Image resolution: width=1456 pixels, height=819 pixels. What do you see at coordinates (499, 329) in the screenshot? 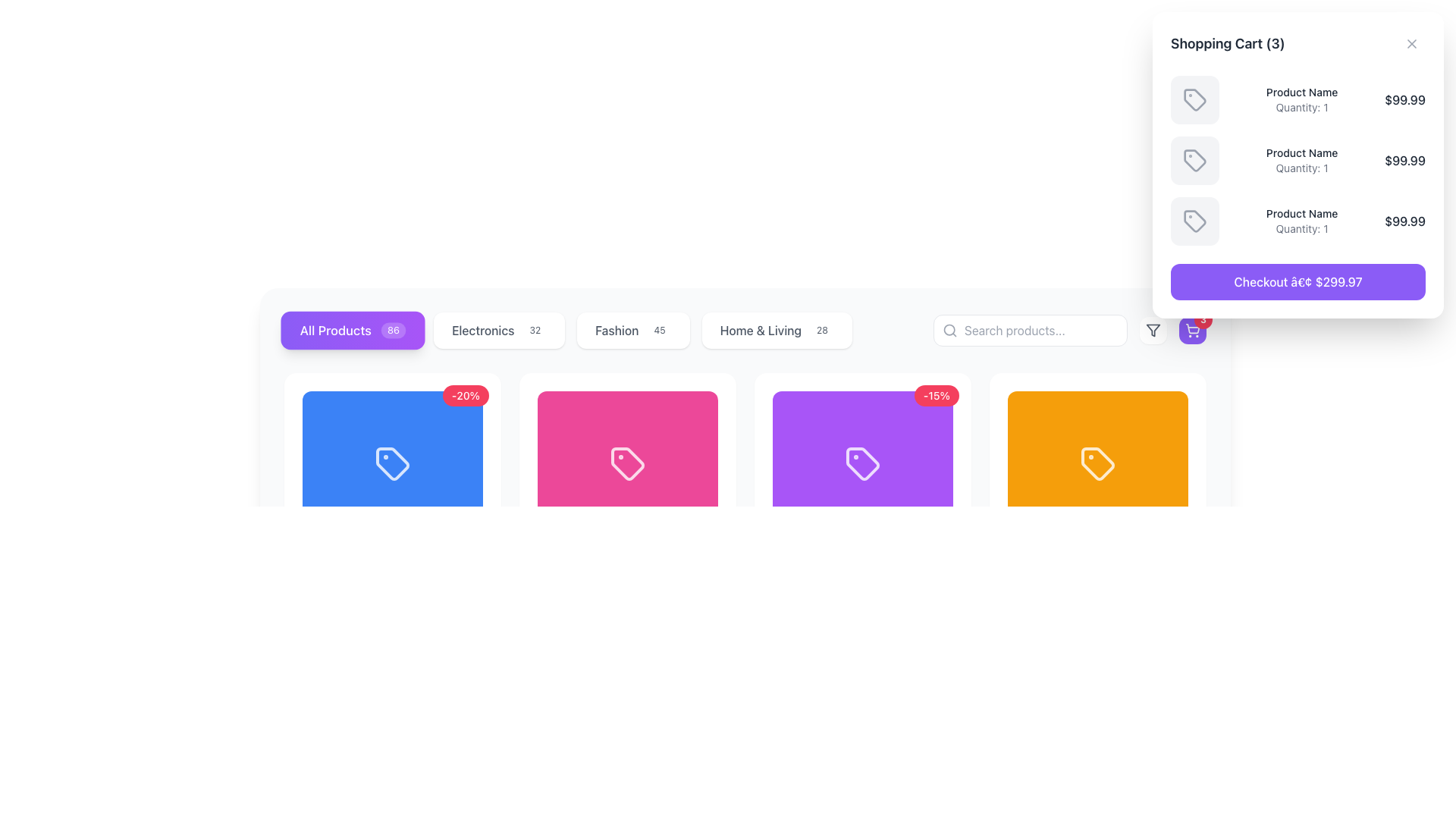
I see `the 'Electronics' category button, which is the second button from the left in the row of category buttons, to filter items by Electronics` at bounding box center [499, 329].